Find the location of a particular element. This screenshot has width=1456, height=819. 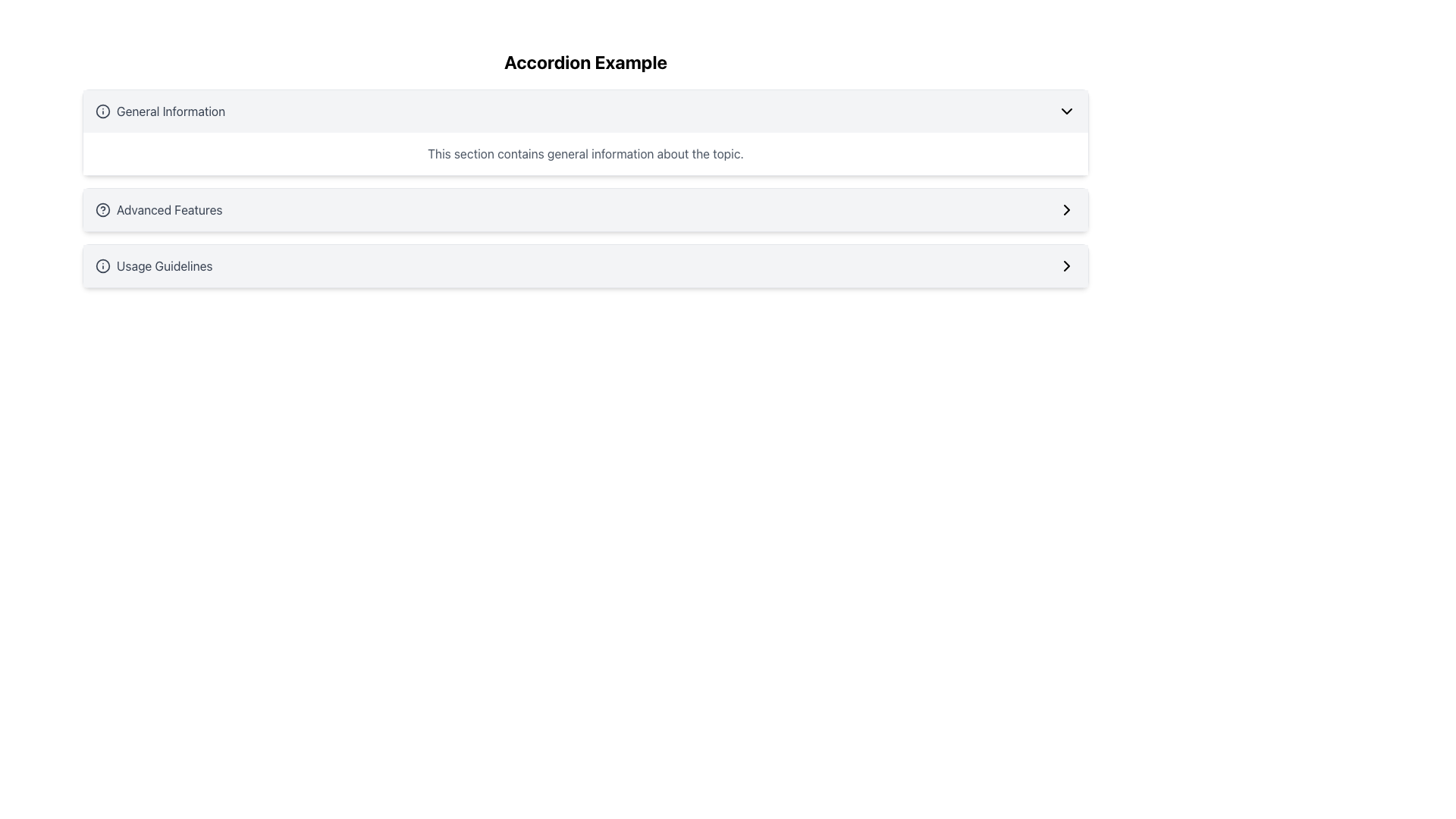

the 'General Information' text label with an information icon is located at coordinates (160, 110).